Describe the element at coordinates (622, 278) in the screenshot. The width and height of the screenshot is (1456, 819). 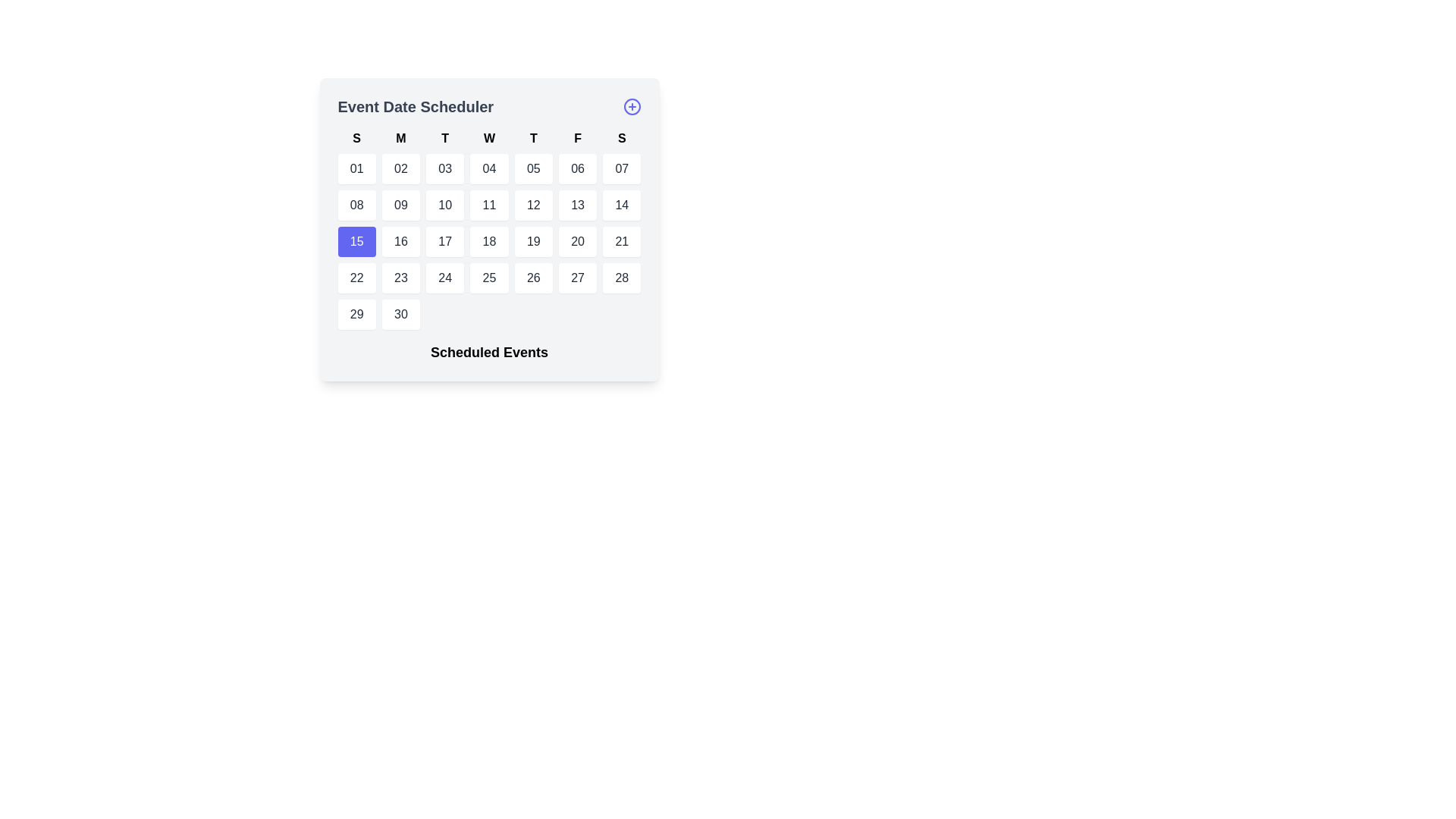
I see `the small rectangular button with rounded corners displaying the number '28' located in the bottom-right corner of the calendar grid under the Saturday column` at that location.